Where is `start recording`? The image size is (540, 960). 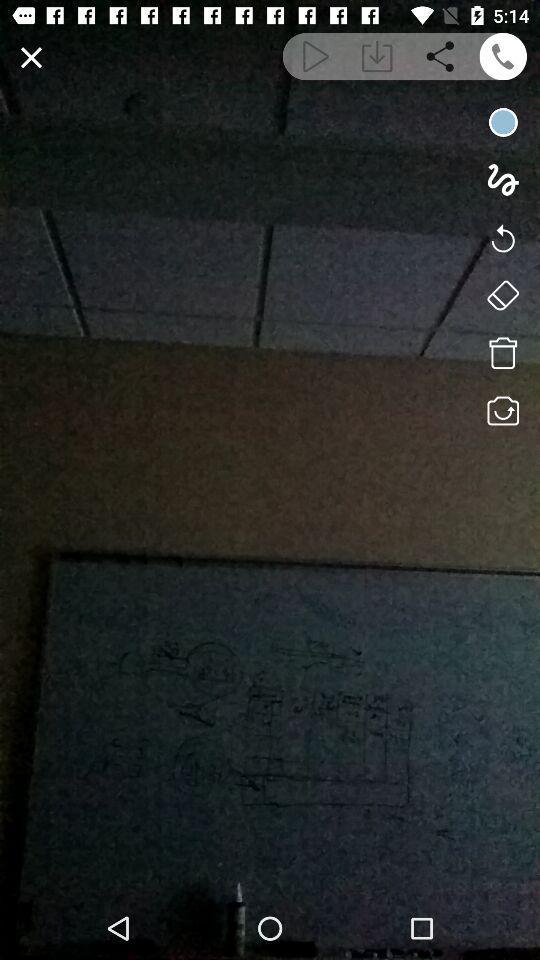
start recording is located at coordinates (502, 121).